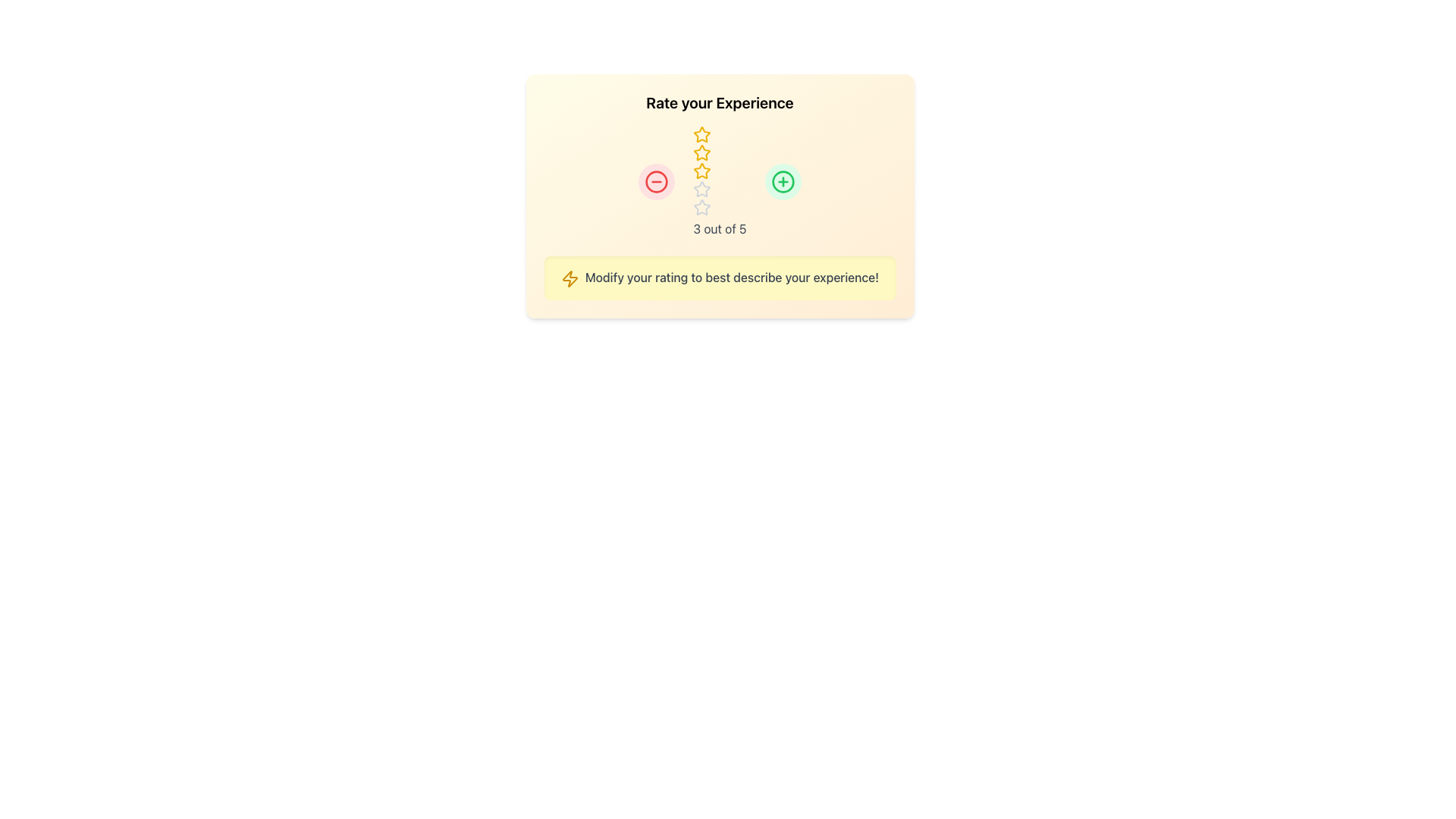 The height and width of the screenshot is (819, 1456). I want to click on textual rating '3 out of 5' displayed below the three yellow stars and two gray stars in the rating component, so click(719, 180).